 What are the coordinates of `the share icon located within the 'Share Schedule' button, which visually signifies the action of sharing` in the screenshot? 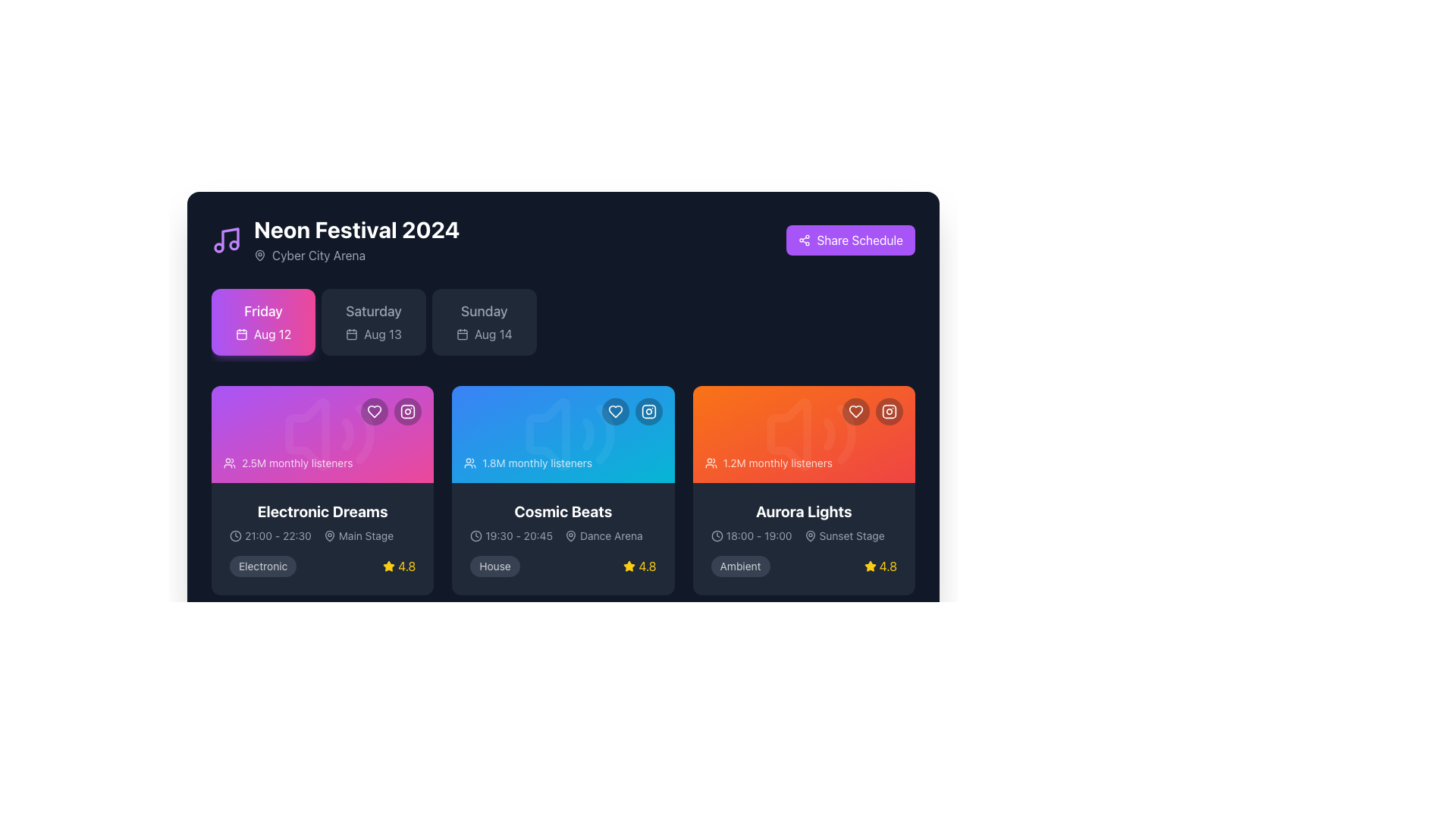 It's located at (804, 239).